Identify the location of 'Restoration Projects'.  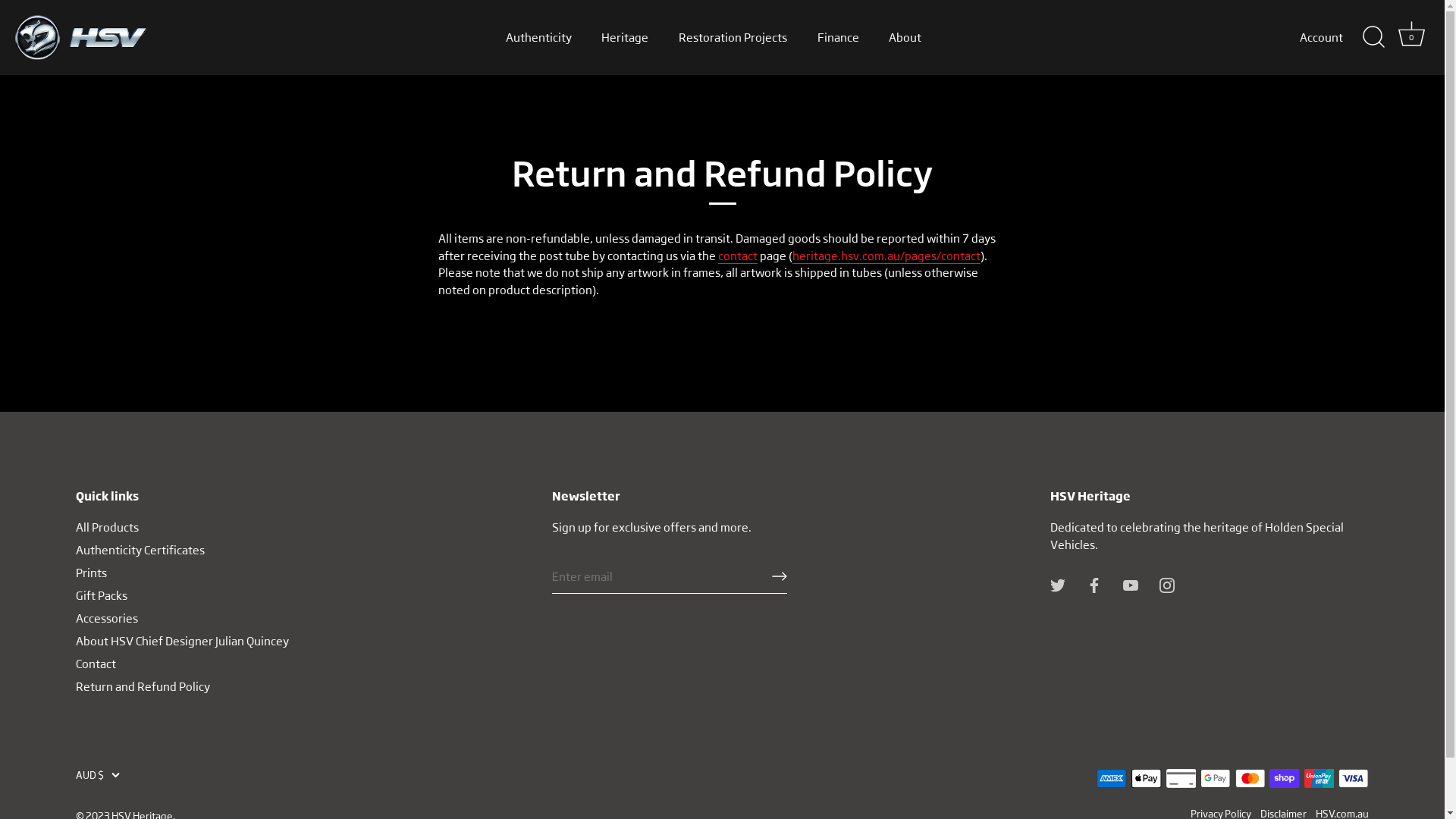
(733, 36).